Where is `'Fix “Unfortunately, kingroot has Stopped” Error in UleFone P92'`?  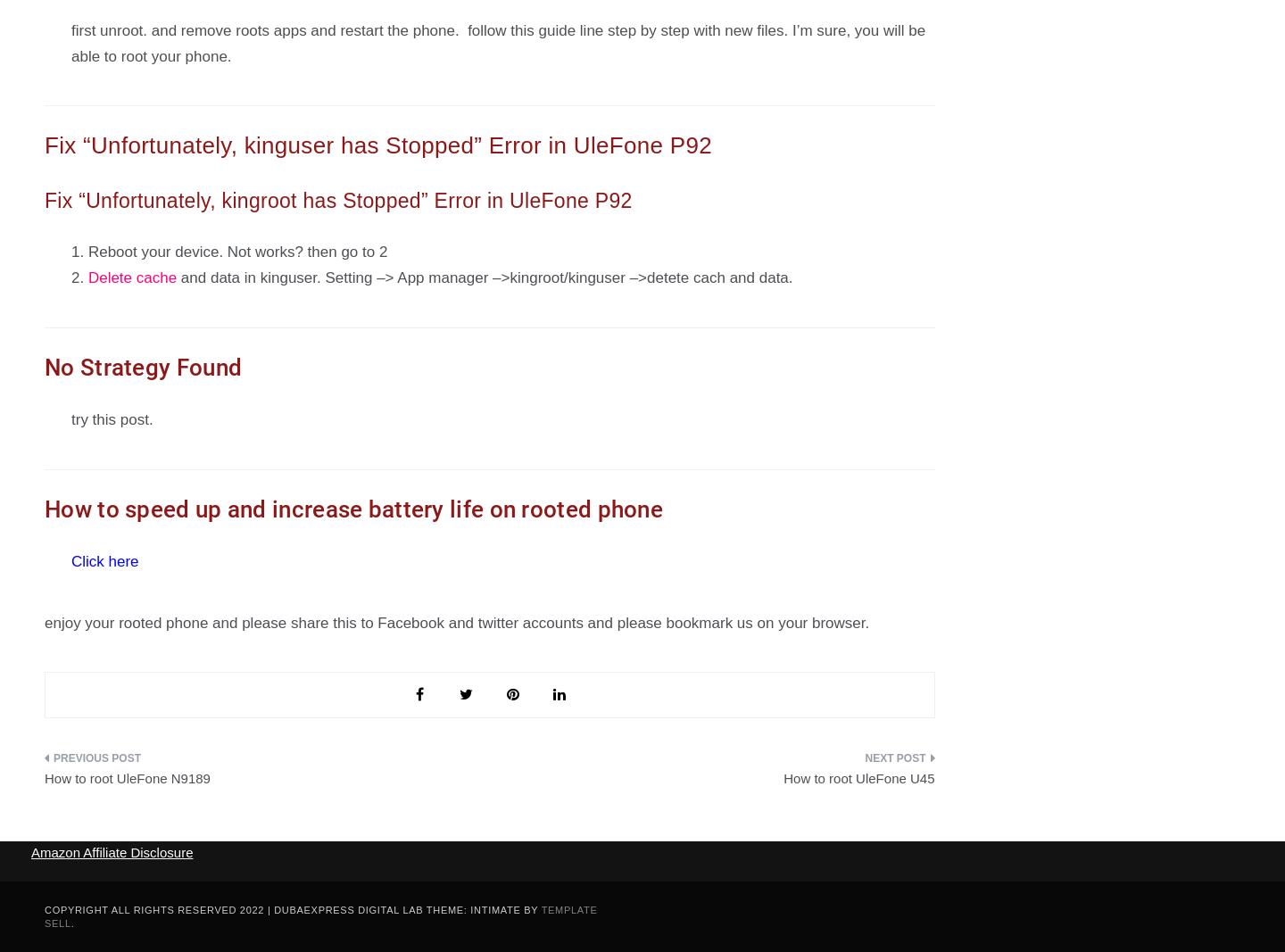
'Fix “Unfortunately, kingroot has Stopped” Error in UleFone P92' is located at coordinates (337, 201).